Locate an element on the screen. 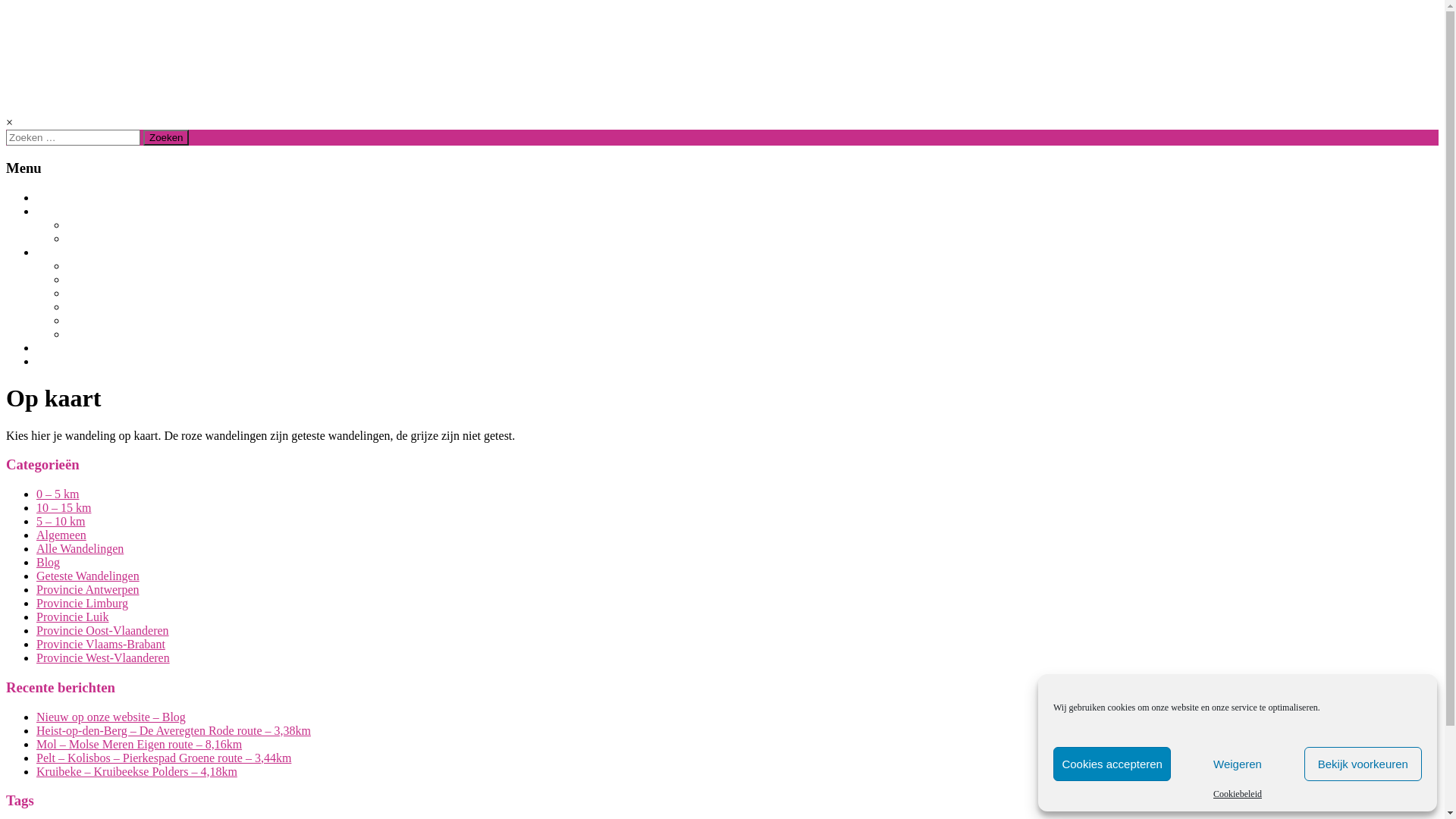 The height and width of the screenshot is (819, 1456). 'Geteste Wandelingen' is located at coordinates (36, 576).